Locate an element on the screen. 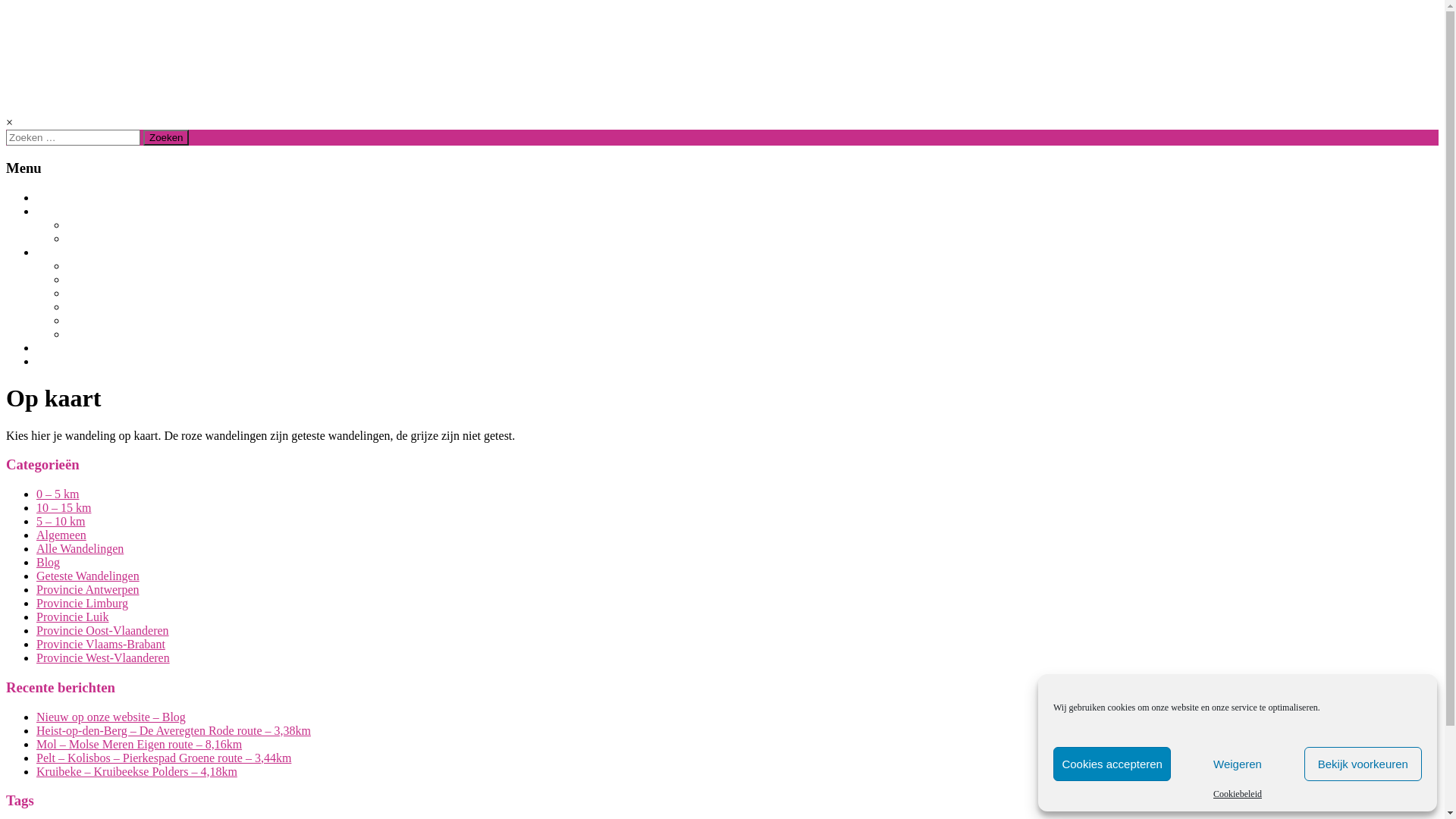 The height and width of the screenshot is (819, 1456). 'Geteste Wandelingen' is located at coordinates (36, 576).